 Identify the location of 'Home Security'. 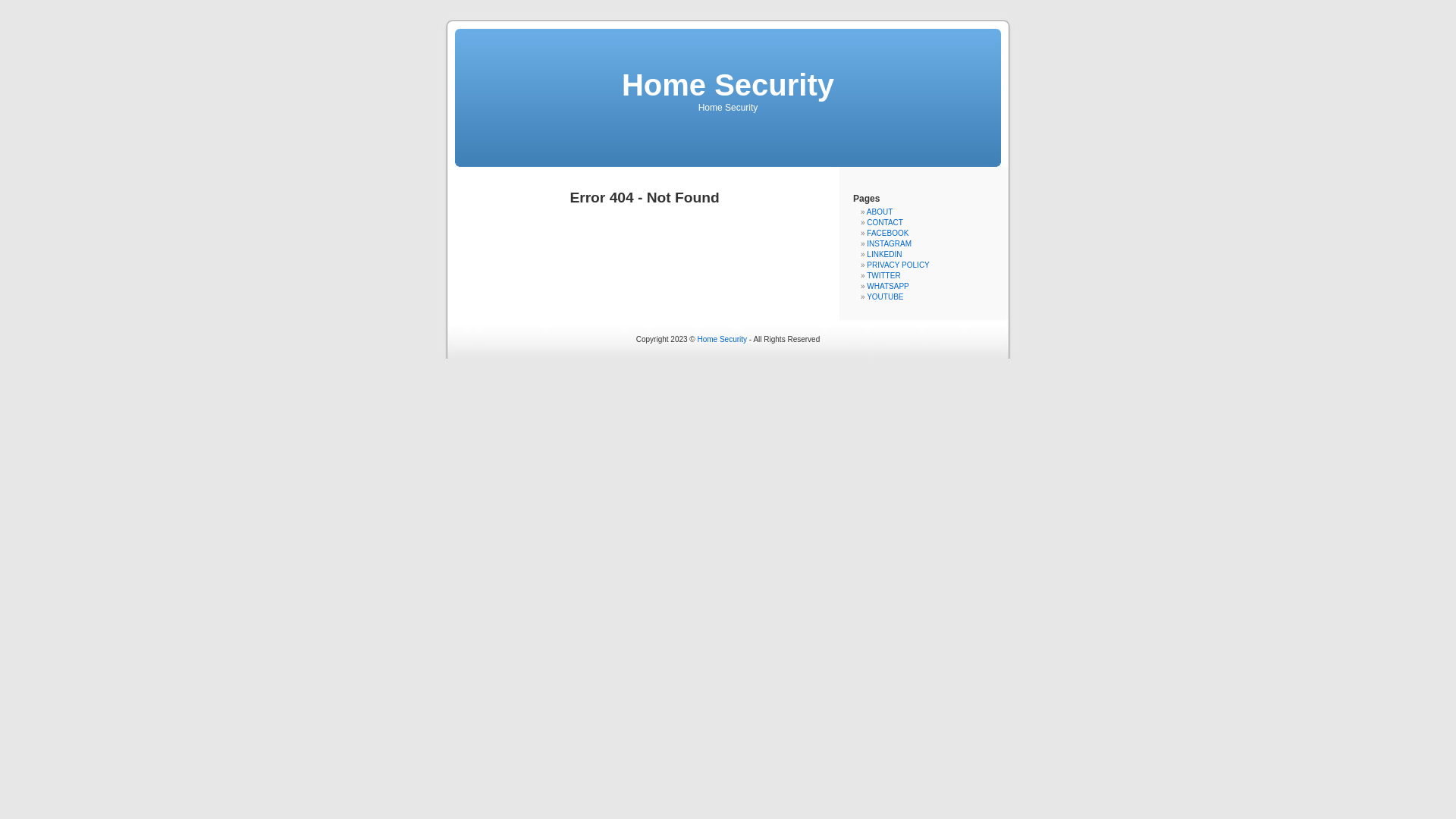
(728, 84).